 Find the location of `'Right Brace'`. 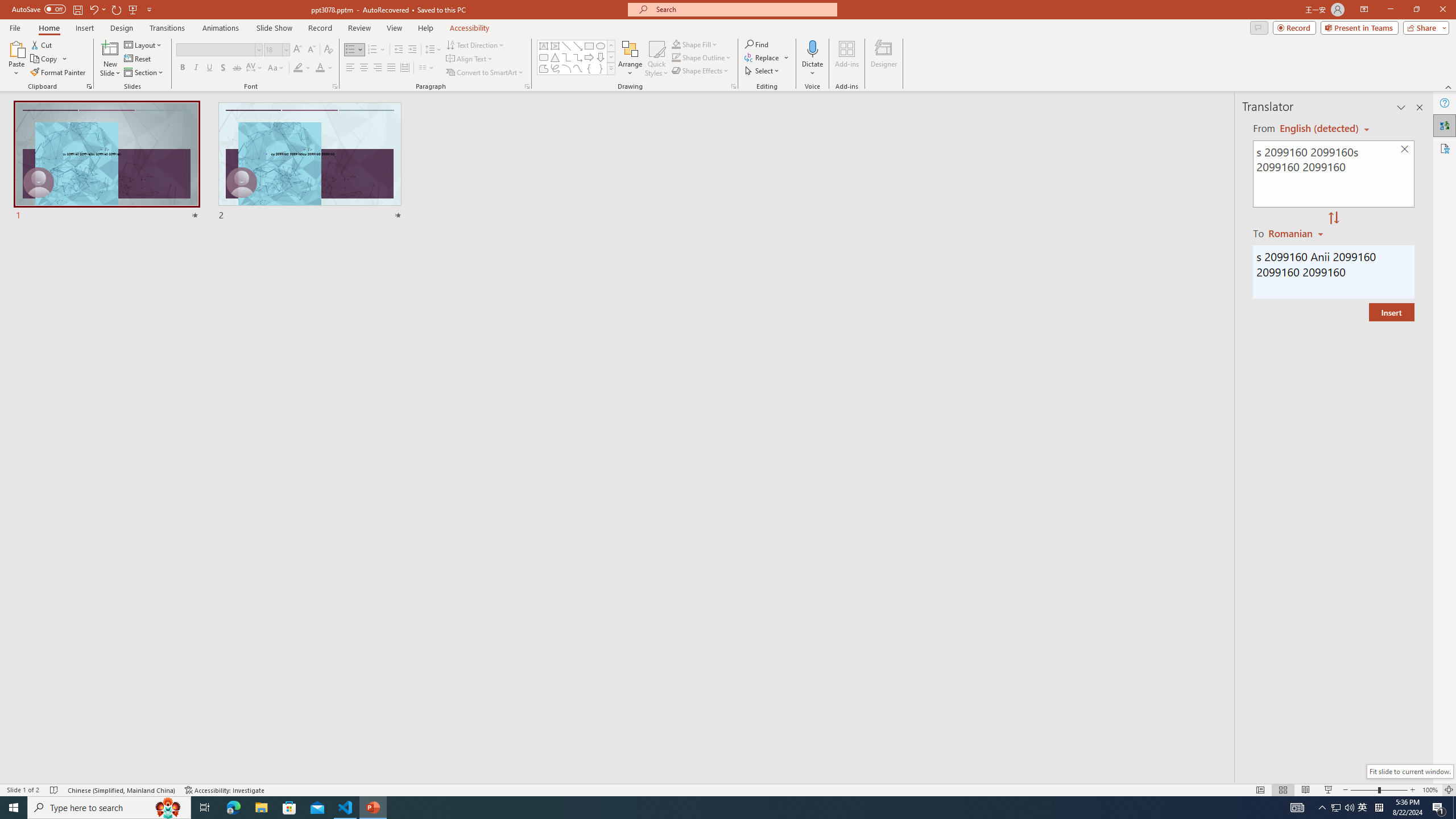

'Right Brace' is located at coordinates (600, 68).